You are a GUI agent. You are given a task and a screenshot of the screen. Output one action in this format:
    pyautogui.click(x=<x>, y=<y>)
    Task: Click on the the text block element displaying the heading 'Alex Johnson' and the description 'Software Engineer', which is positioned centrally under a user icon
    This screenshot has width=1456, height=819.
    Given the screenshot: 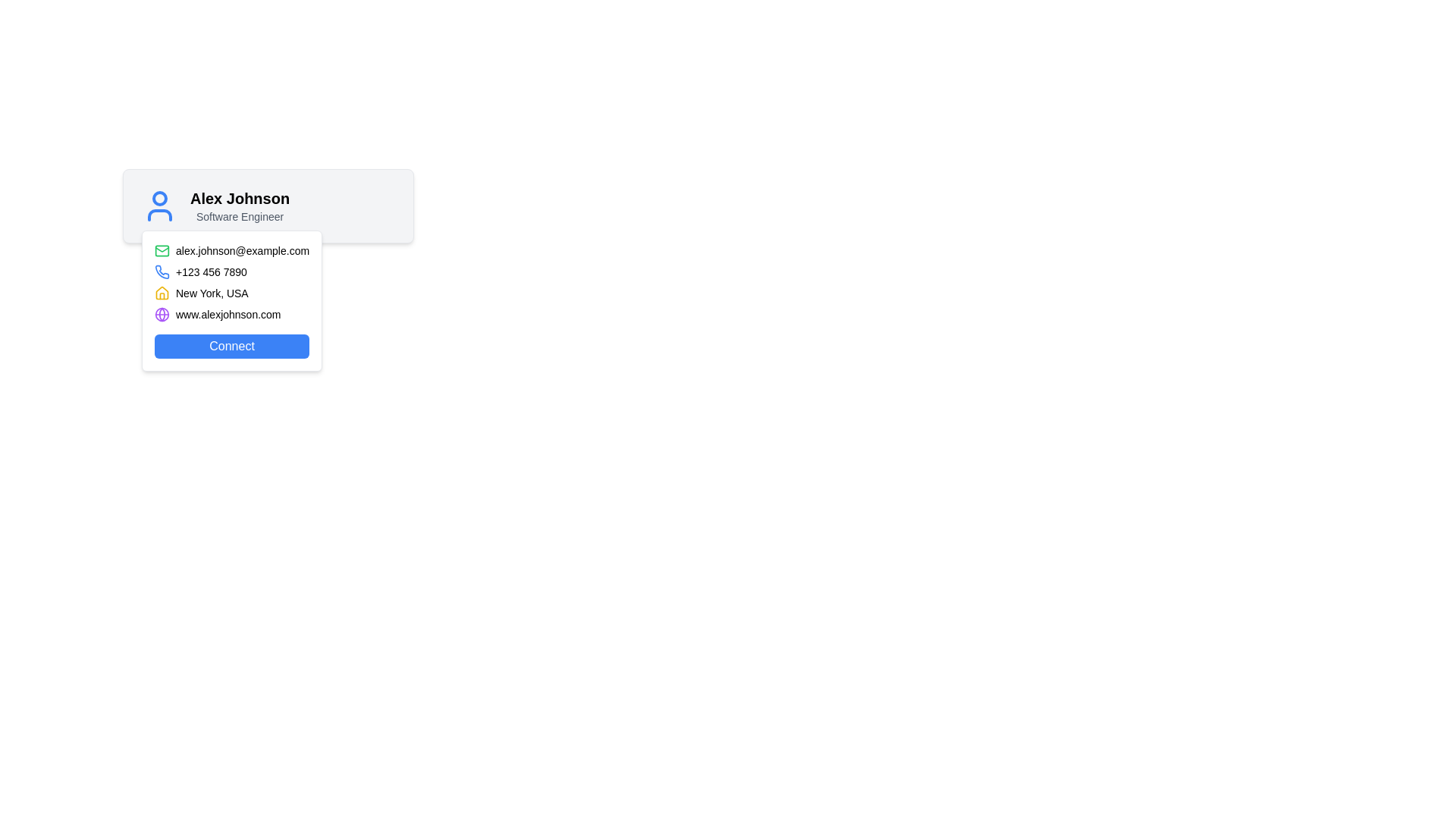 What is the action you would take?
    pyautogui.click(x=239, y=206)
    